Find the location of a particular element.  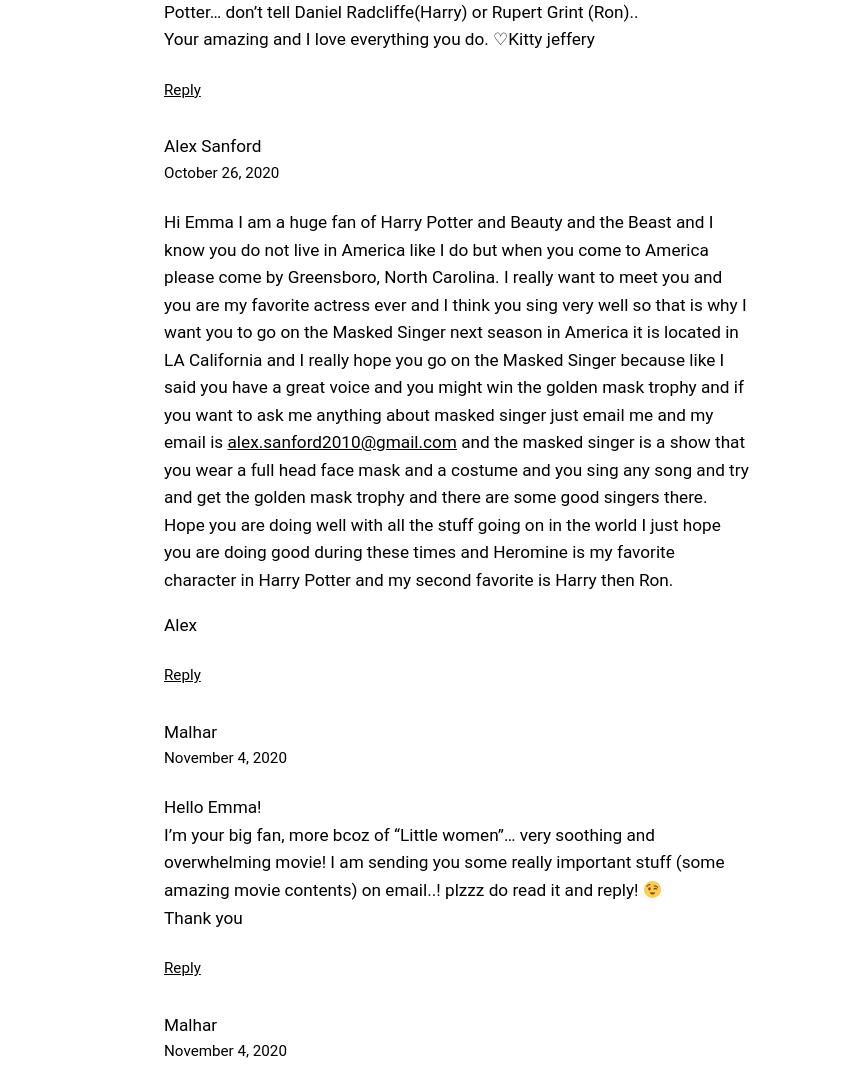

'Alex' is located at coordinates (179, 623).